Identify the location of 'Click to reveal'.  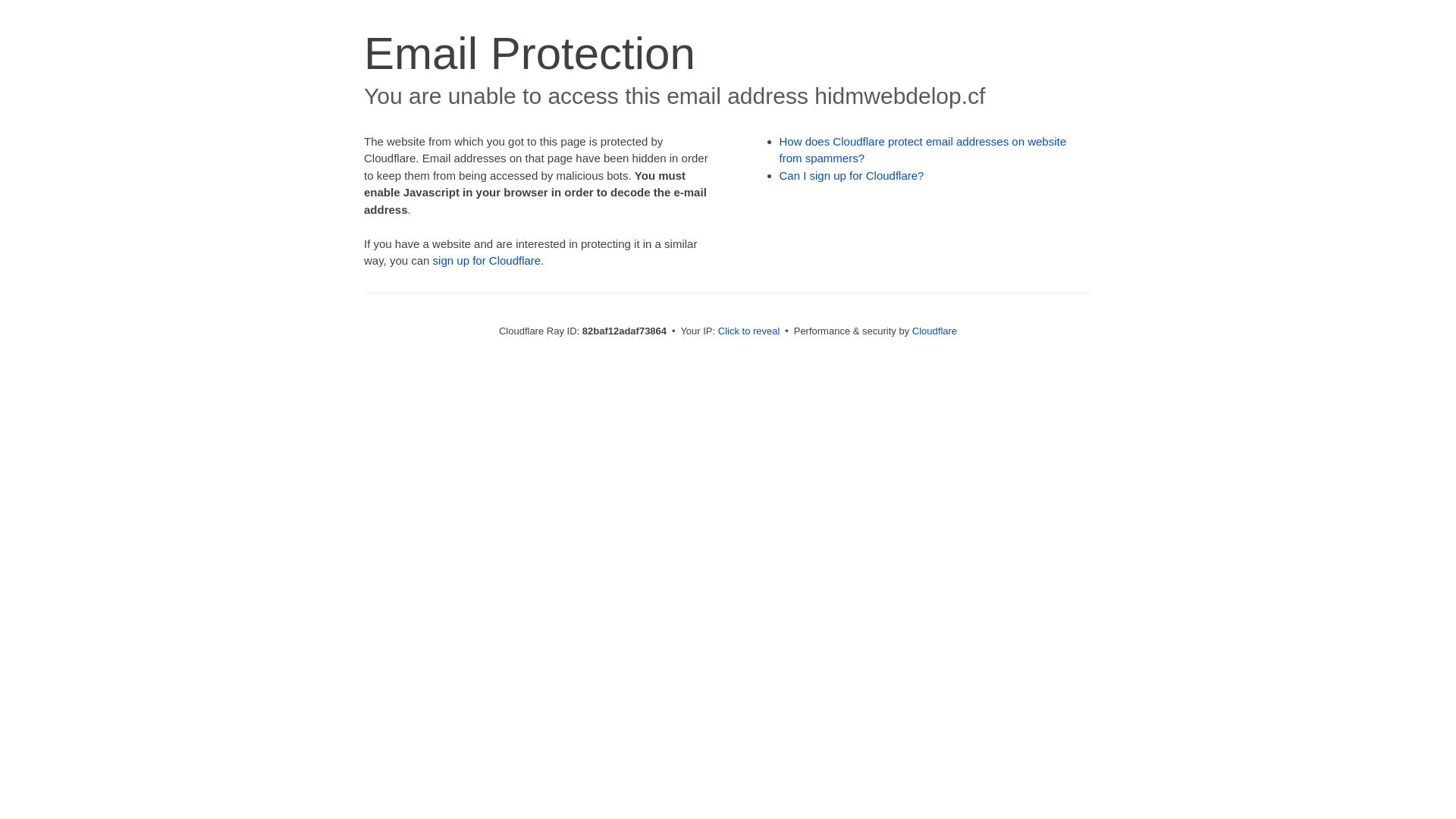
(749, 330).